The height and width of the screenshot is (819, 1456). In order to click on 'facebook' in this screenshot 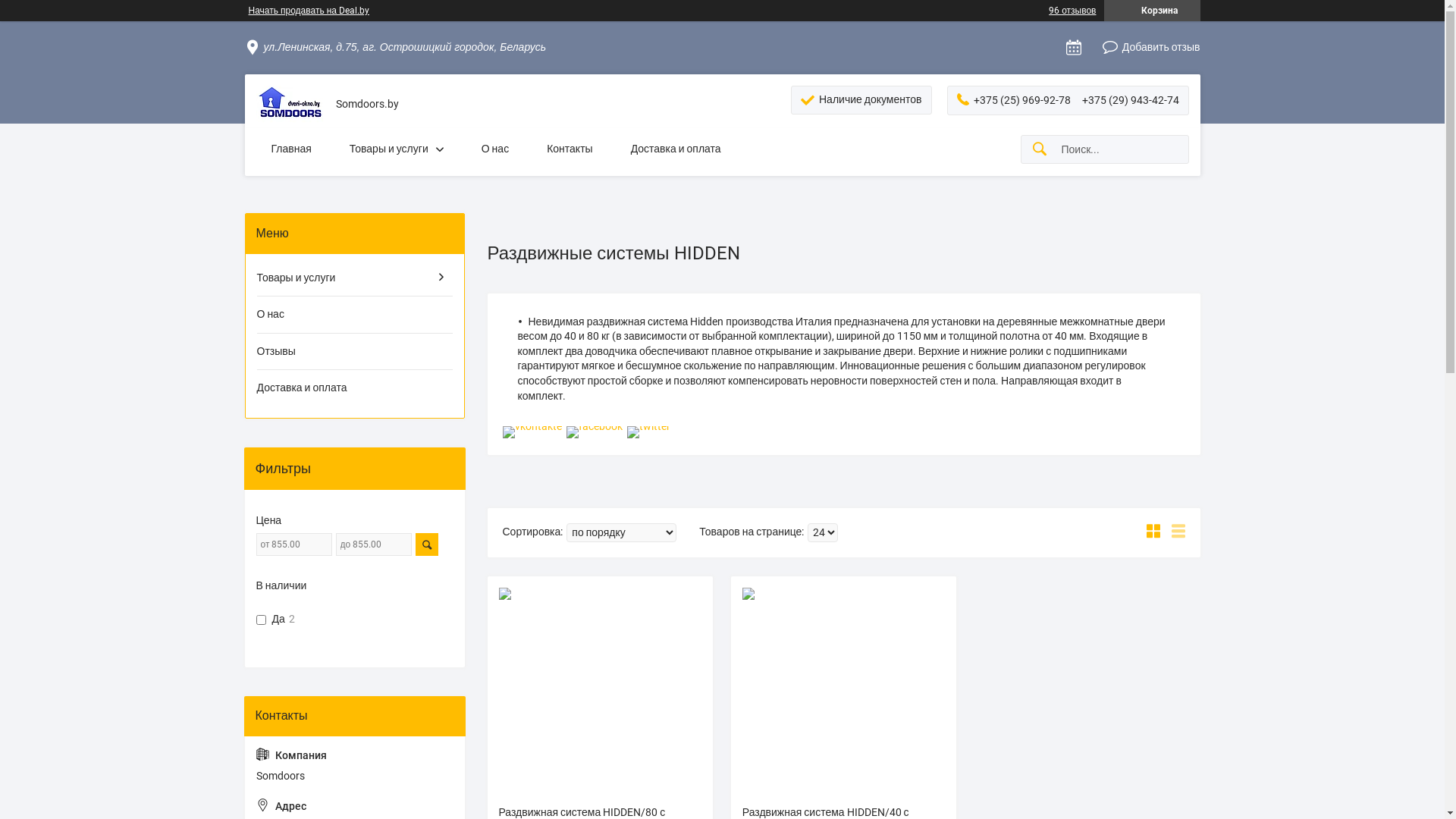, I will do `click(592, 426)`.